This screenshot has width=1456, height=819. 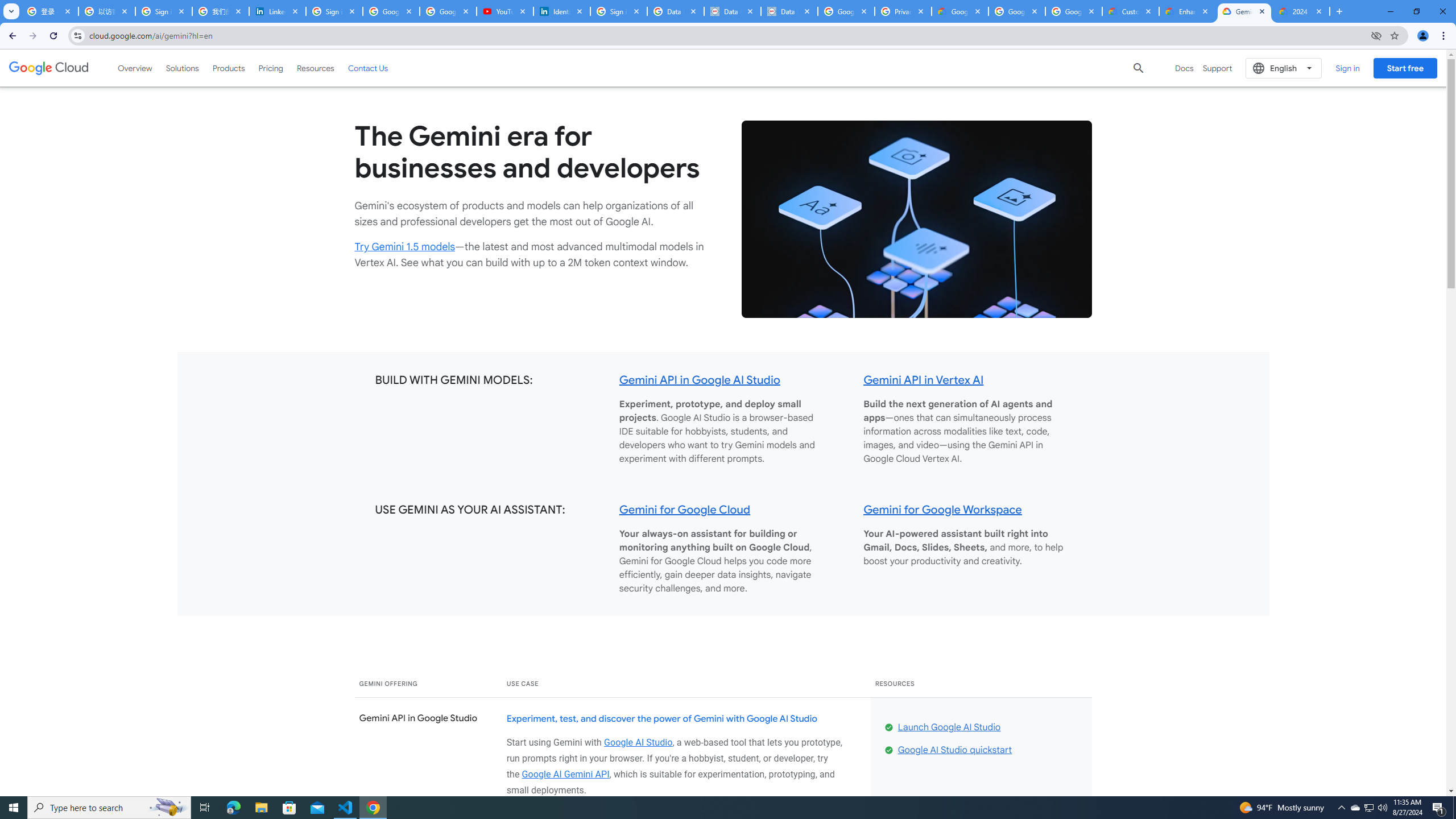 I want to click on 'Google AI Studio quickstart', so click(x=954, y=750).